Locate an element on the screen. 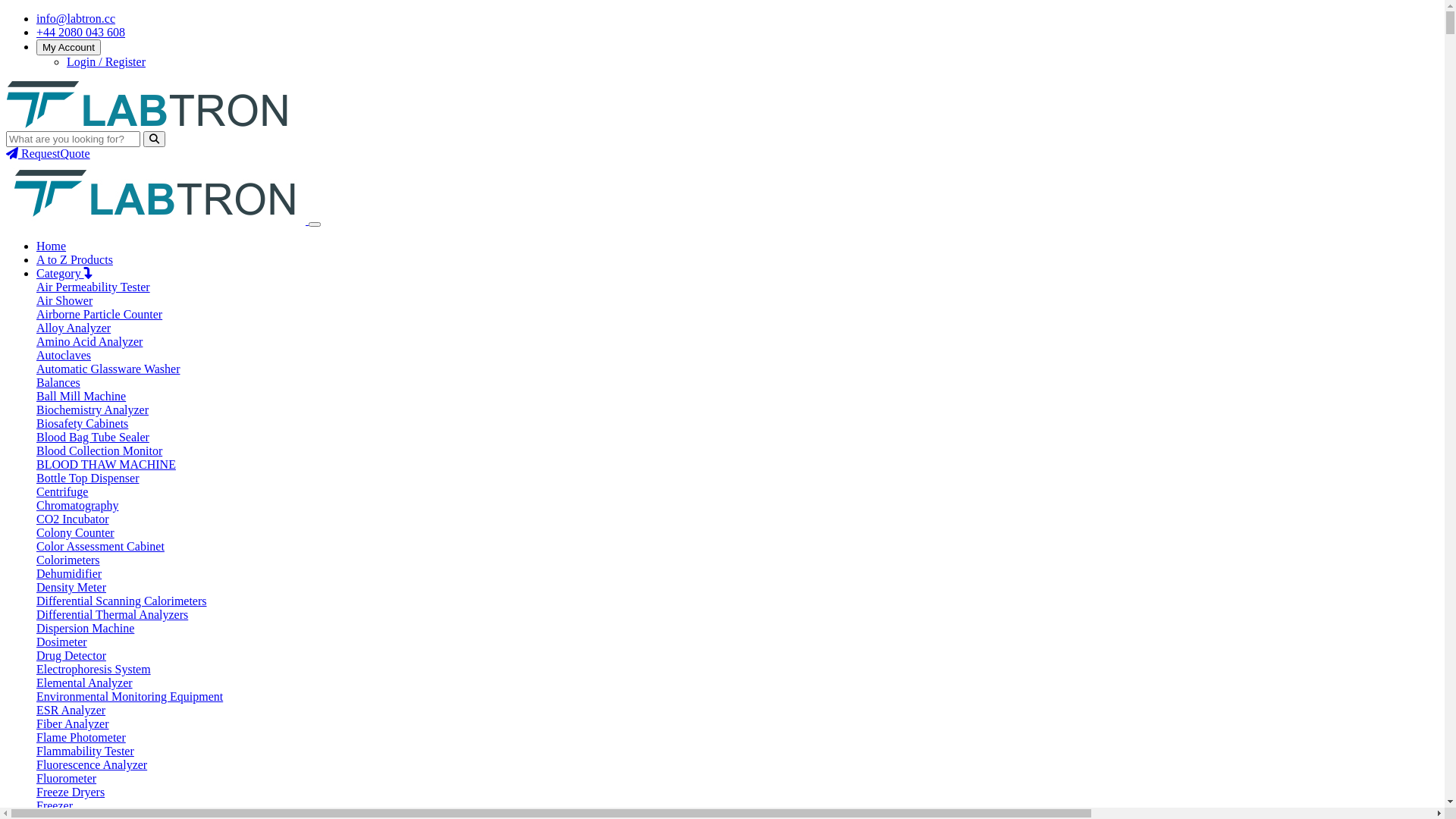 Image resolution: width=1456 pixels, height=819 pixels. 'Bottle Top Dispenser' is located at coordinates (86, 478).